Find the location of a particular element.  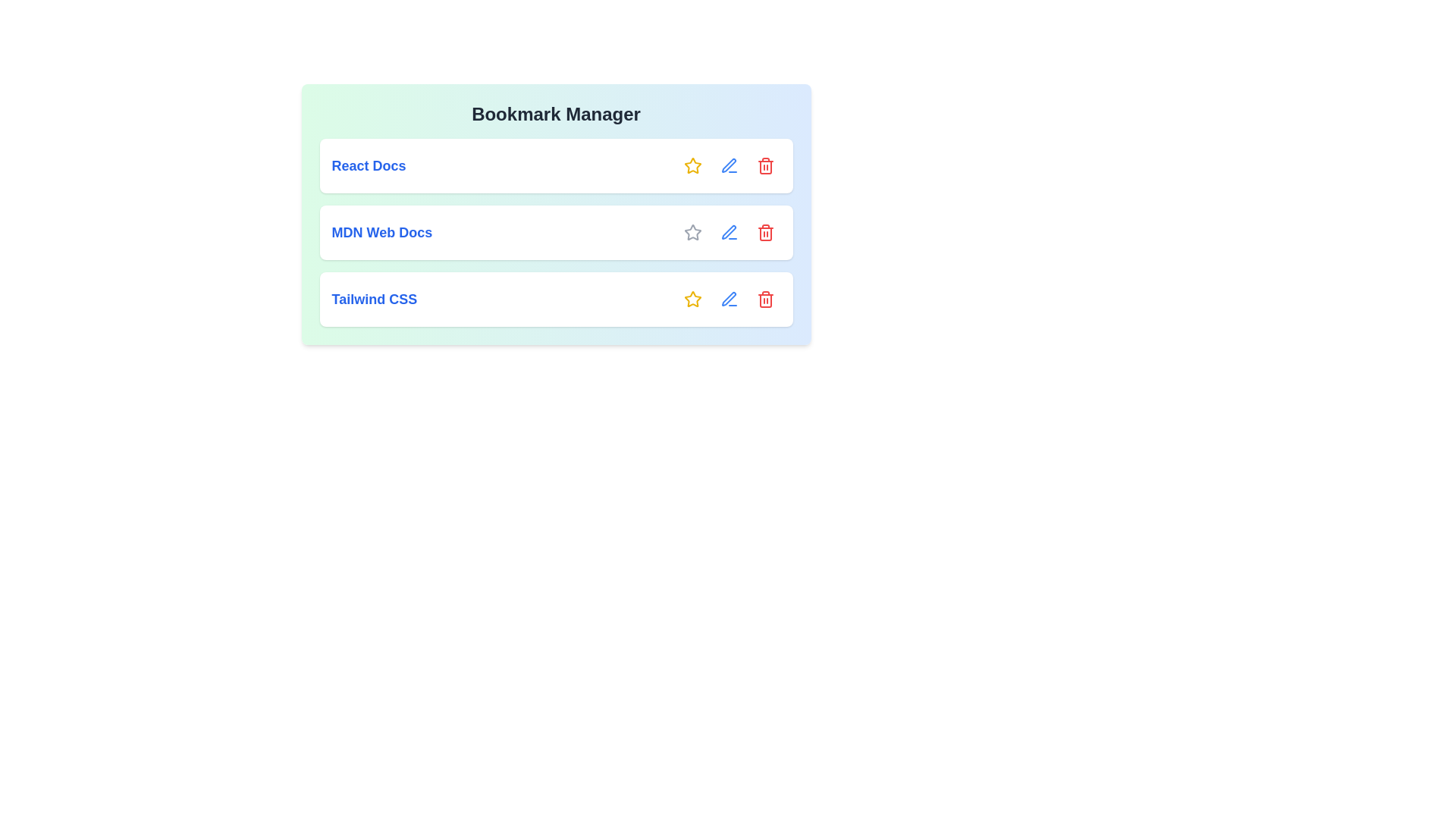

the edit icon for the bookmark with name Tailwind CSS is located at coordinates (729, 299).